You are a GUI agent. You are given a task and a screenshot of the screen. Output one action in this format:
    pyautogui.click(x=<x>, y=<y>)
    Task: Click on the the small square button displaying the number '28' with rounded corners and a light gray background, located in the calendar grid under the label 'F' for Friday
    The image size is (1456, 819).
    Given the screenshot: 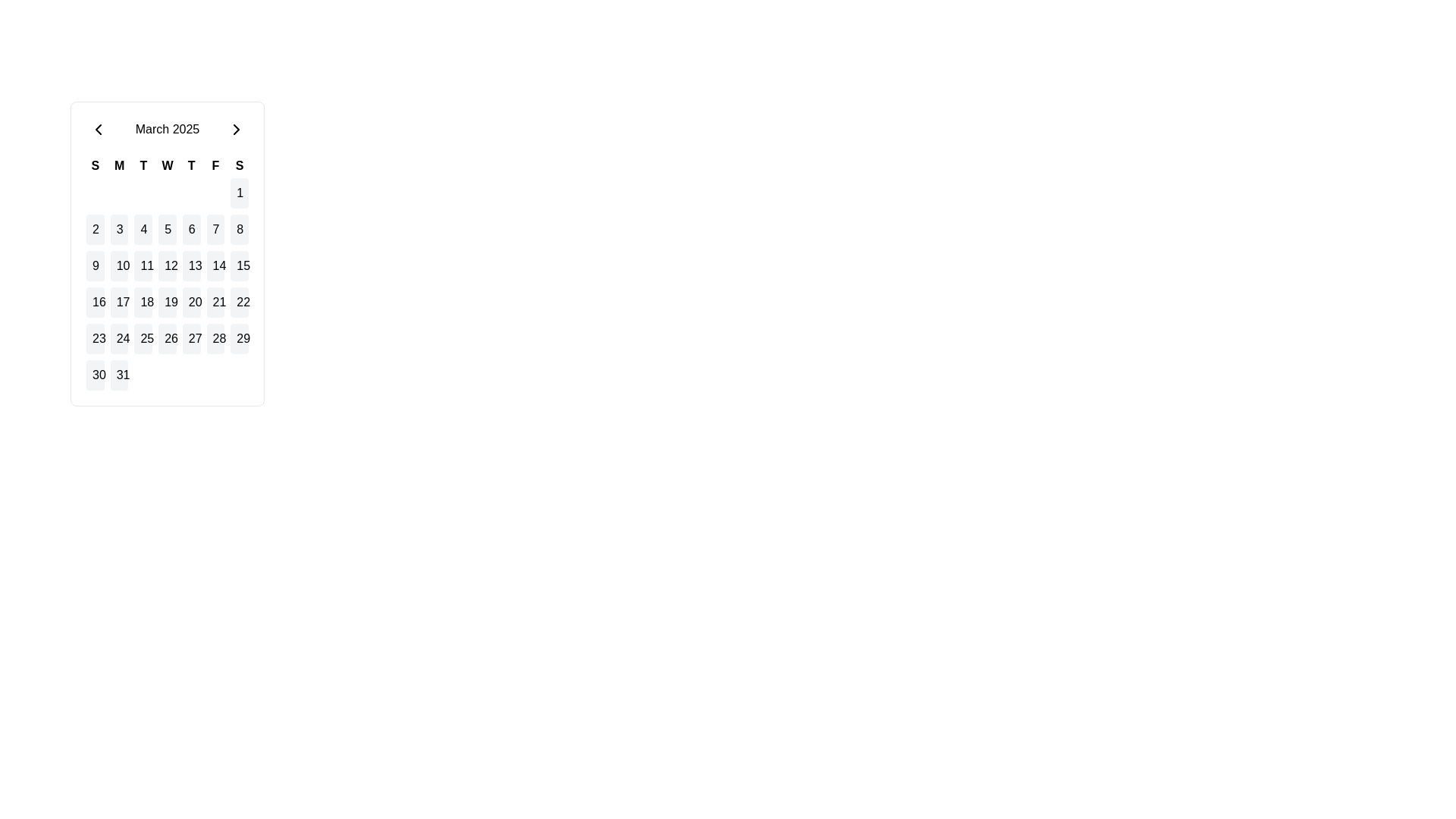 What is the action you would take?
    pyautogui.click(x=215, y=338)
    